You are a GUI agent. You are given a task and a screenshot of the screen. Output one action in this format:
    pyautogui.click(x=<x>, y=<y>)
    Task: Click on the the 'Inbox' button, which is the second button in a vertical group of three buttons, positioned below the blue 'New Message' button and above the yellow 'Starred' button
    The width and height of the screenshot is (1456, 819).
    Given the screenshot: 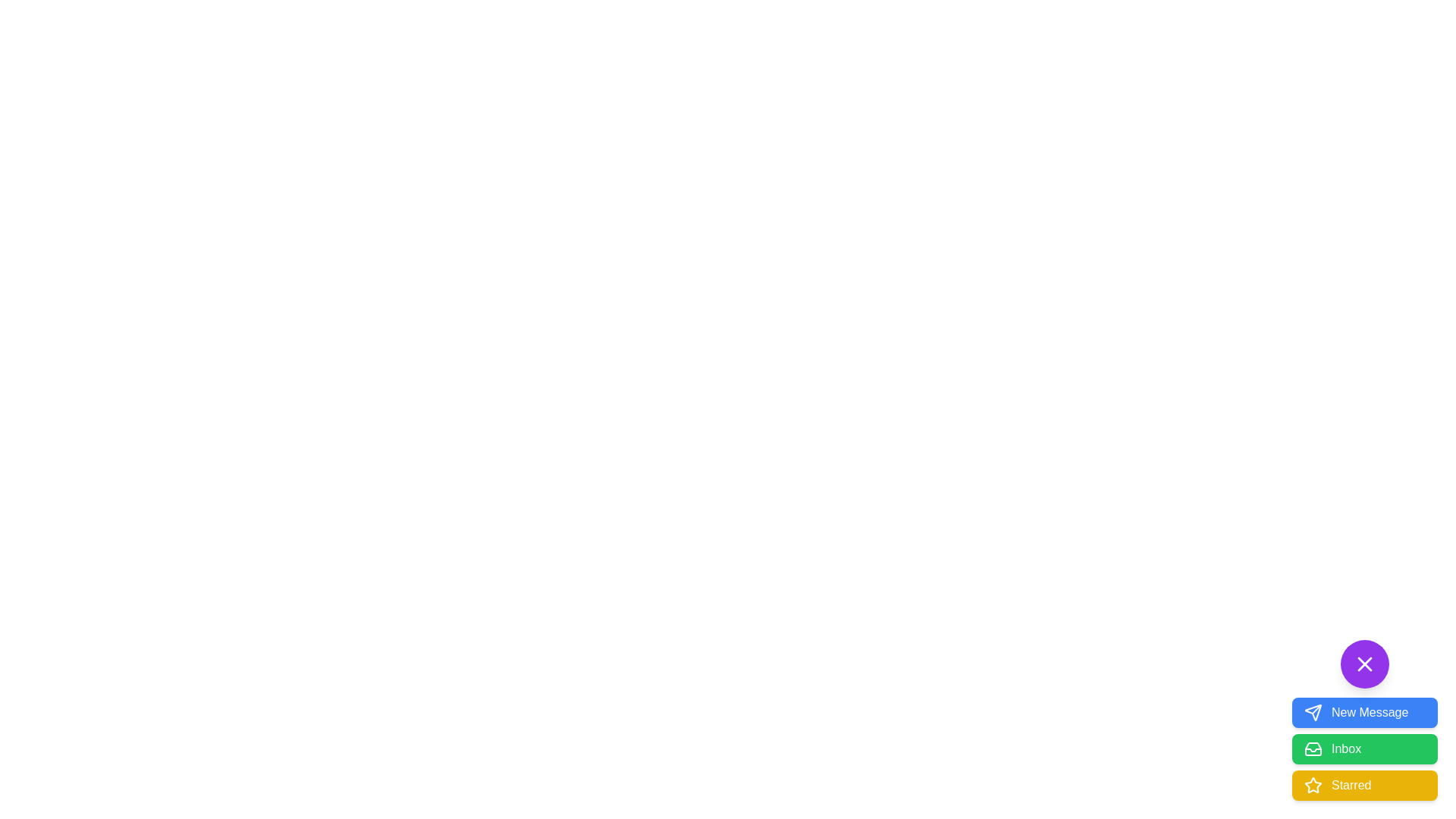 What is the action you would take?
    pyautogui.click(x=1365, y=748)
    